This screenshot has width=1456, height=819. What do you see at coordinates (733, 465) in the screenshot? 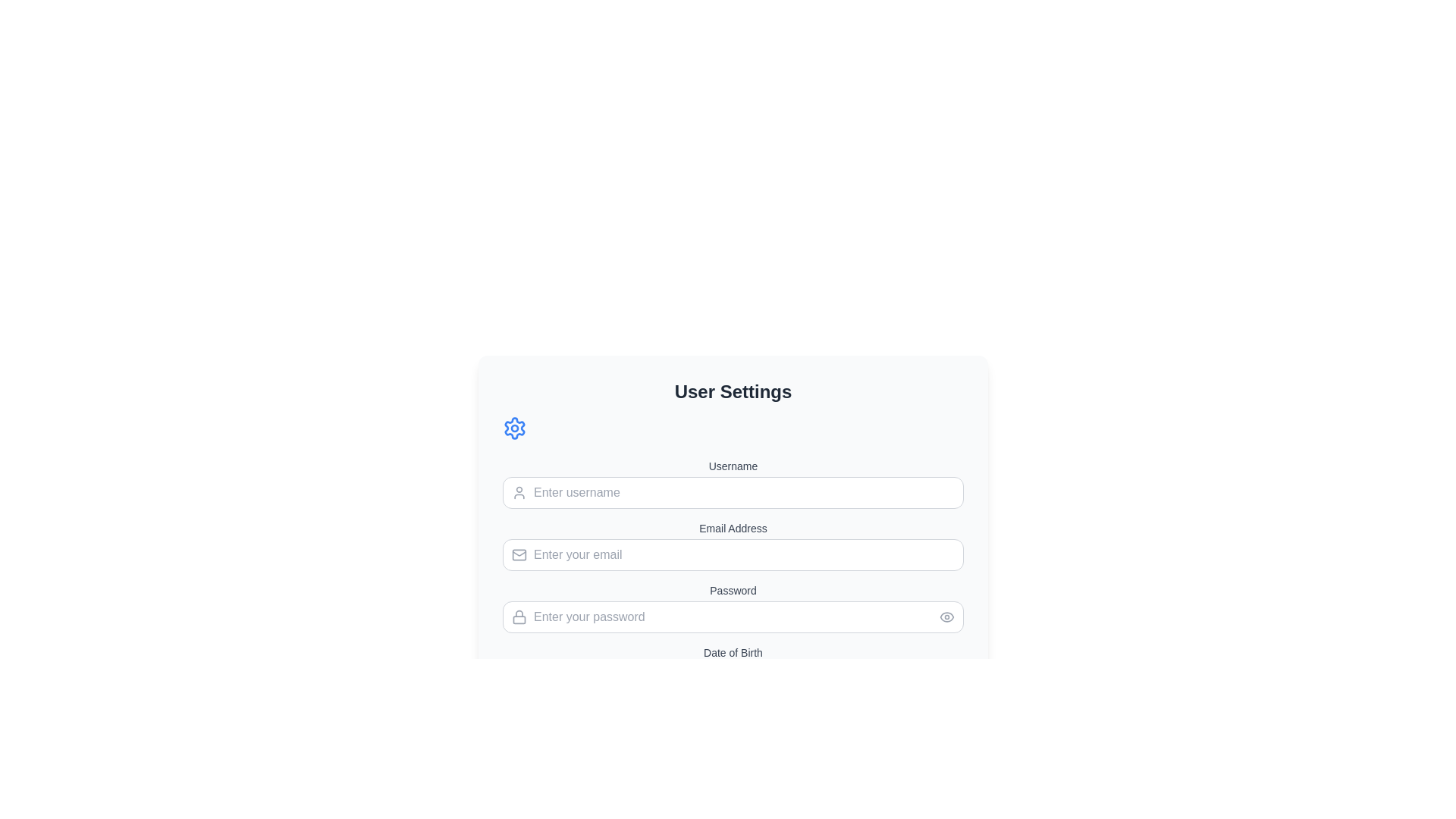
I see `the Text label that serves as a descriptor for the adjacent username input field, located directly above the username input field under the 'User Settings' heading` at bounding box center [733, 465].